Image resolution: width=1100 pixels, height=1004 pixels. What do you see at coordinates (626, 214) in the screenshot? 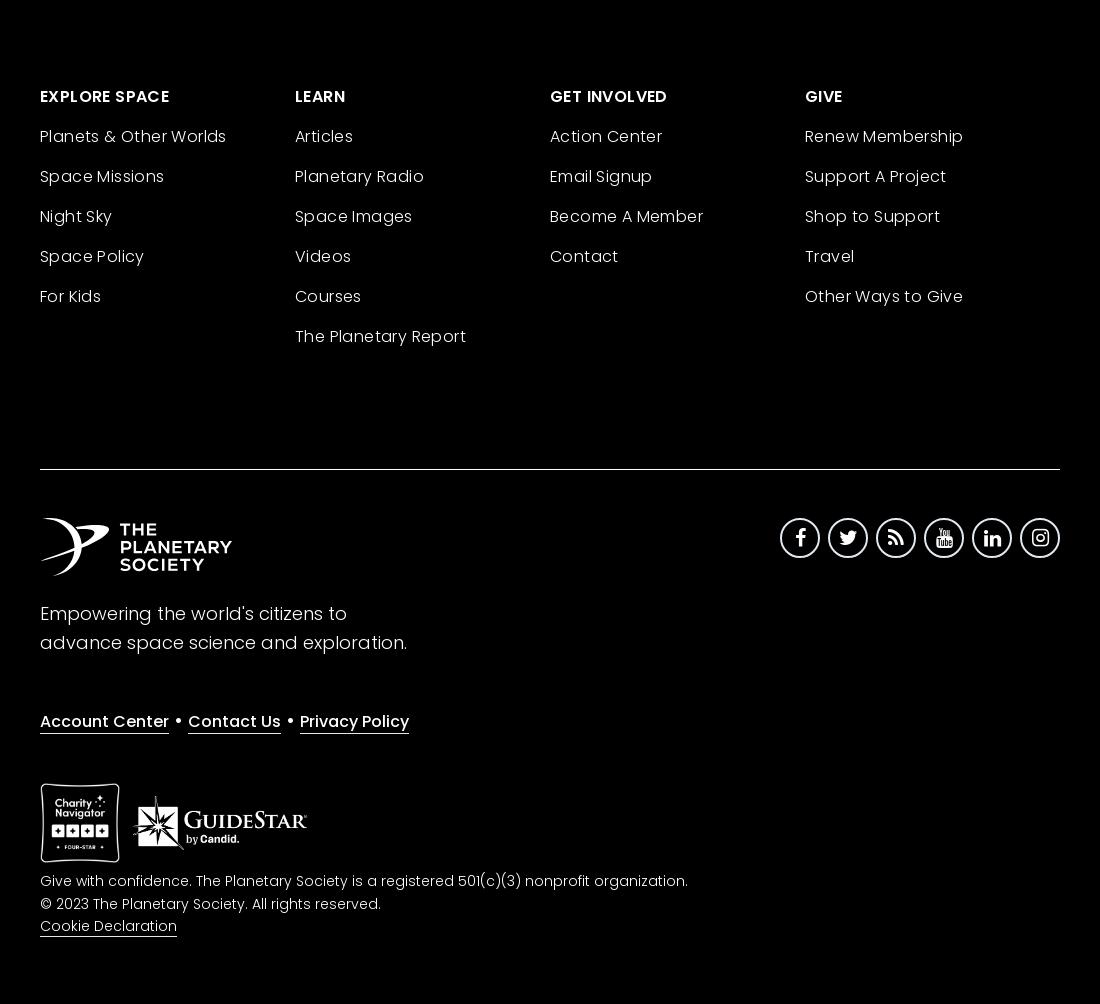
I see `'Become A Member'` at bounding box center [626, 214].